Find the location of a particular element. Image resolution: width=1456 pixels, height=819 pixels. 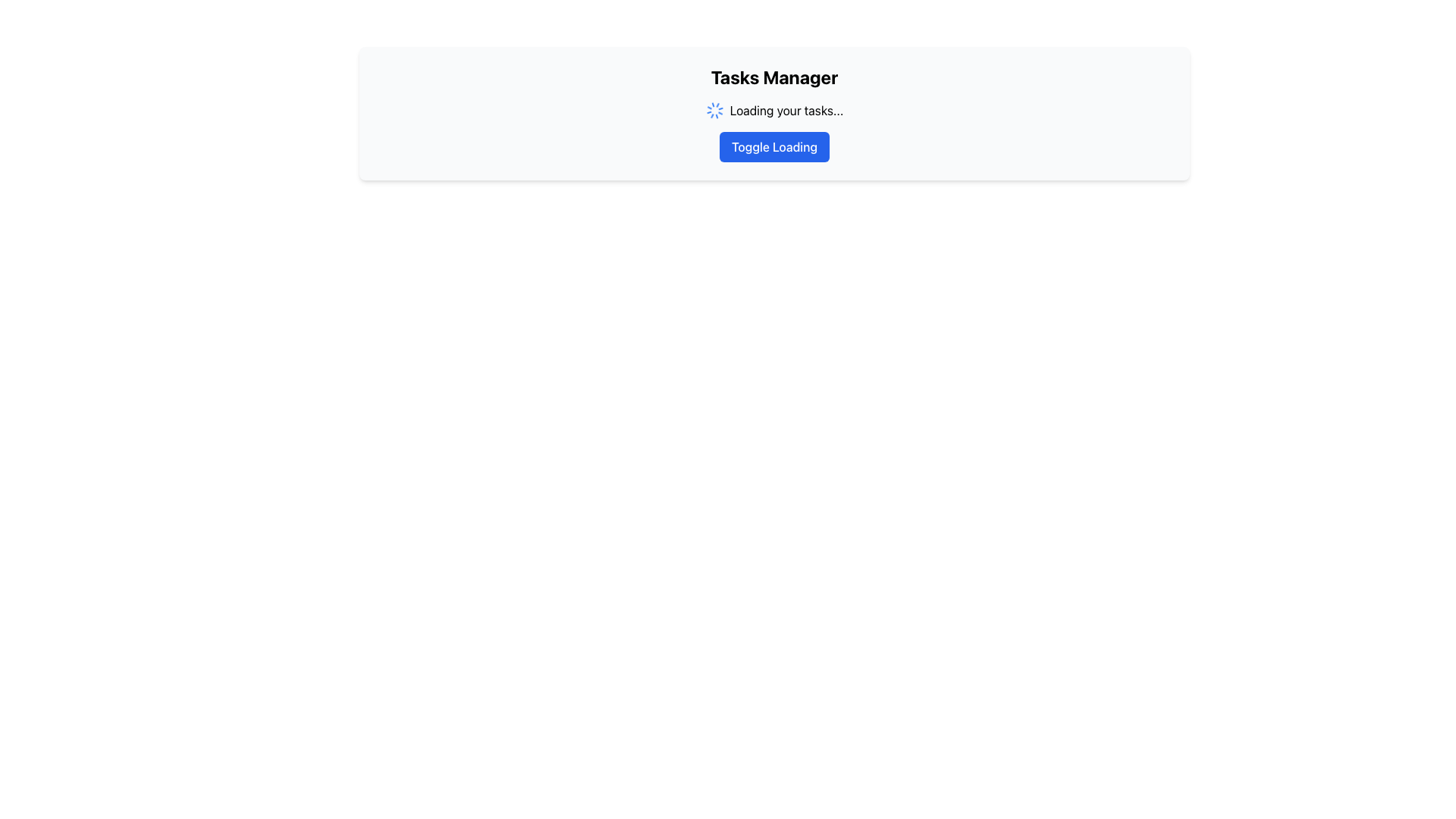

the 'Tasks Manager' text header, which is bold and large, centered at the top of the interface and serves as the section header is located at coordinates (774, 77).